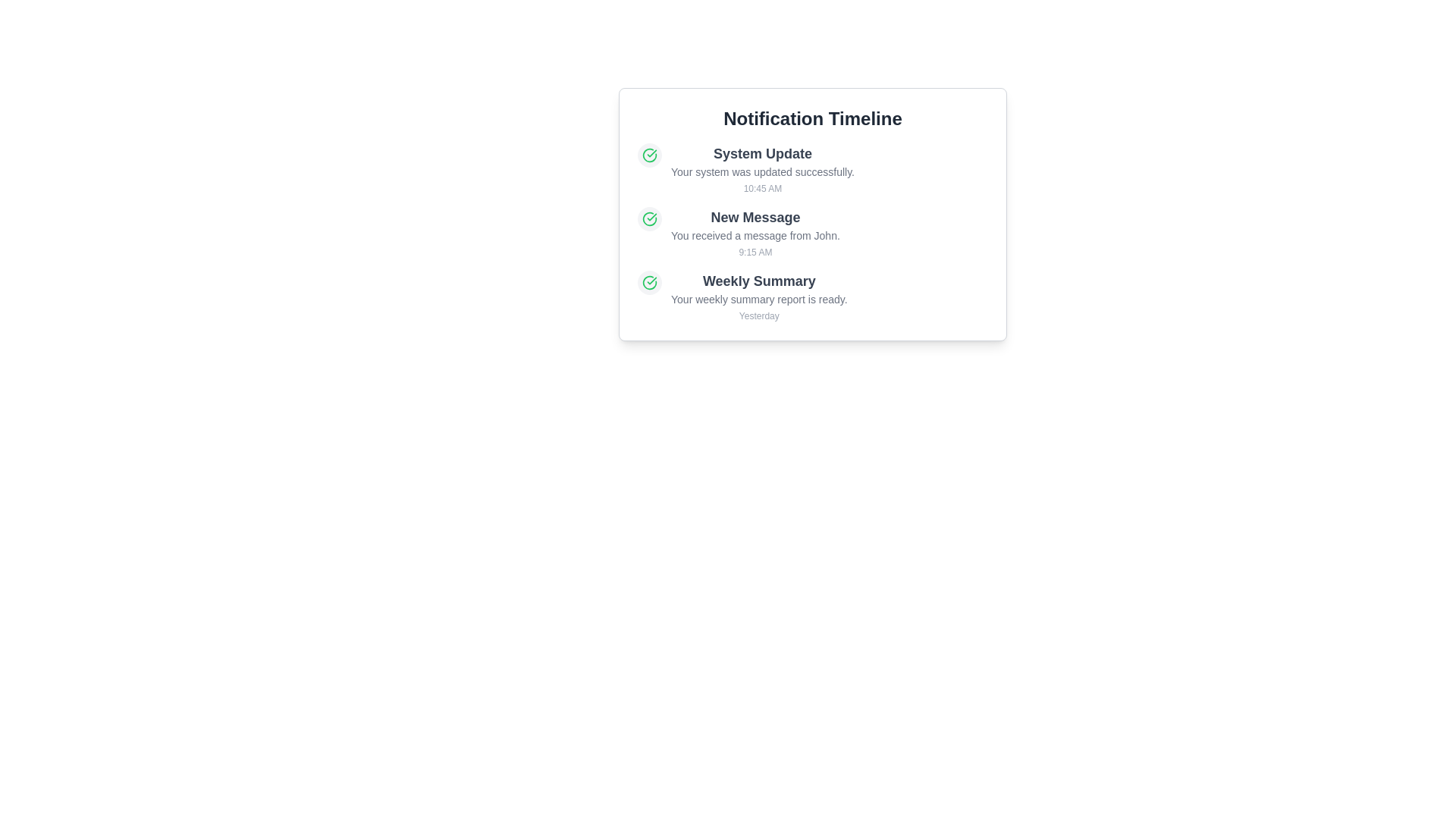 The image size is (1456, 819). What do you see at coordinates (811, 233) in the screenshot?
I see `the notification entry displaying 'New Message' with the description 'You received a message from John.'` at bounding box center [811, 233].